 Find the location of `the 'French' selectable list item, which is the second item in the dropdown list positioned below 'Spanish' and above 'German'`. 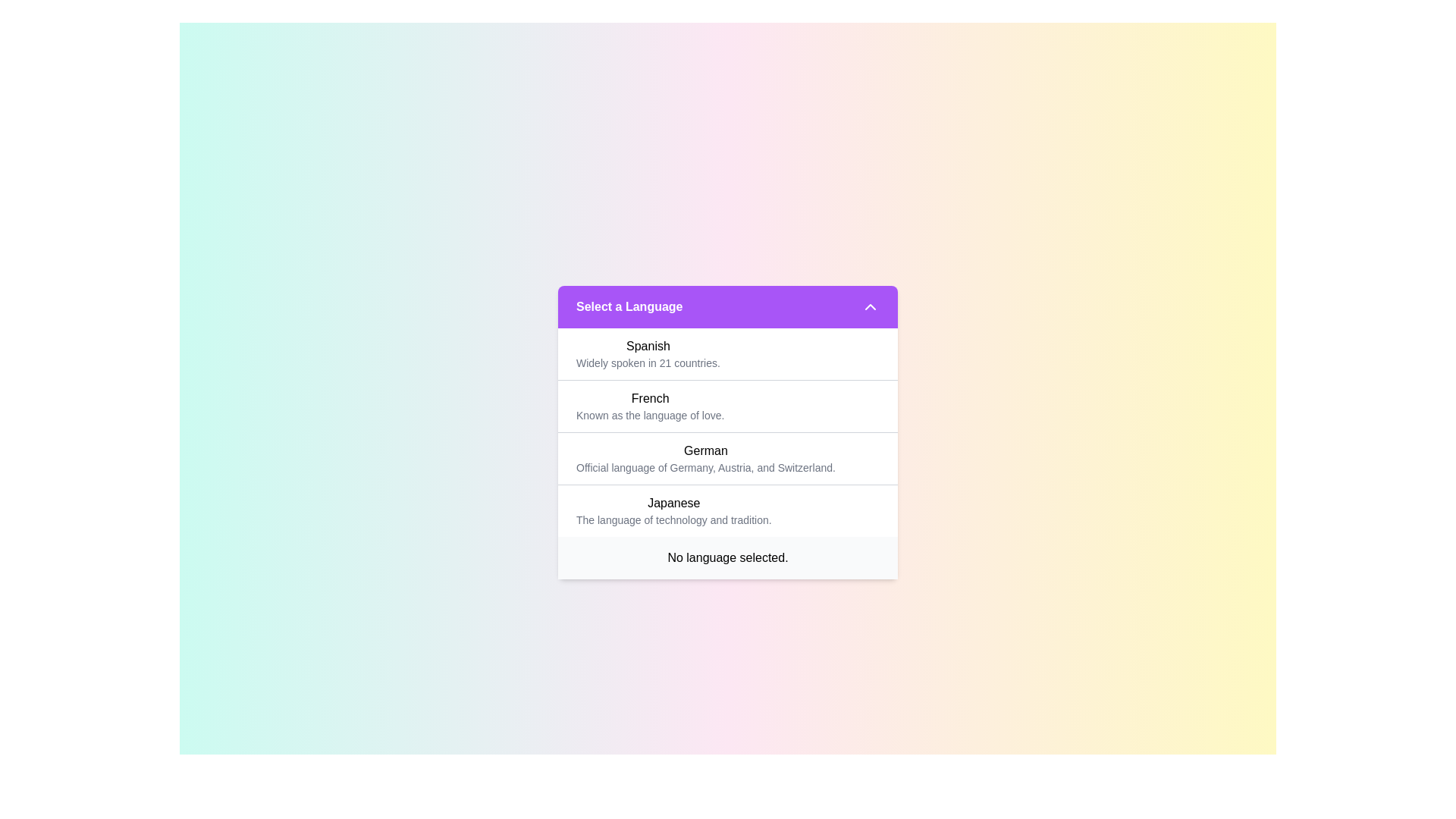

the 'French' selectable list item, which is the second item in the dropdown list positioned below 'Spanish' and above 'German' is located at coordinates (728, 432).